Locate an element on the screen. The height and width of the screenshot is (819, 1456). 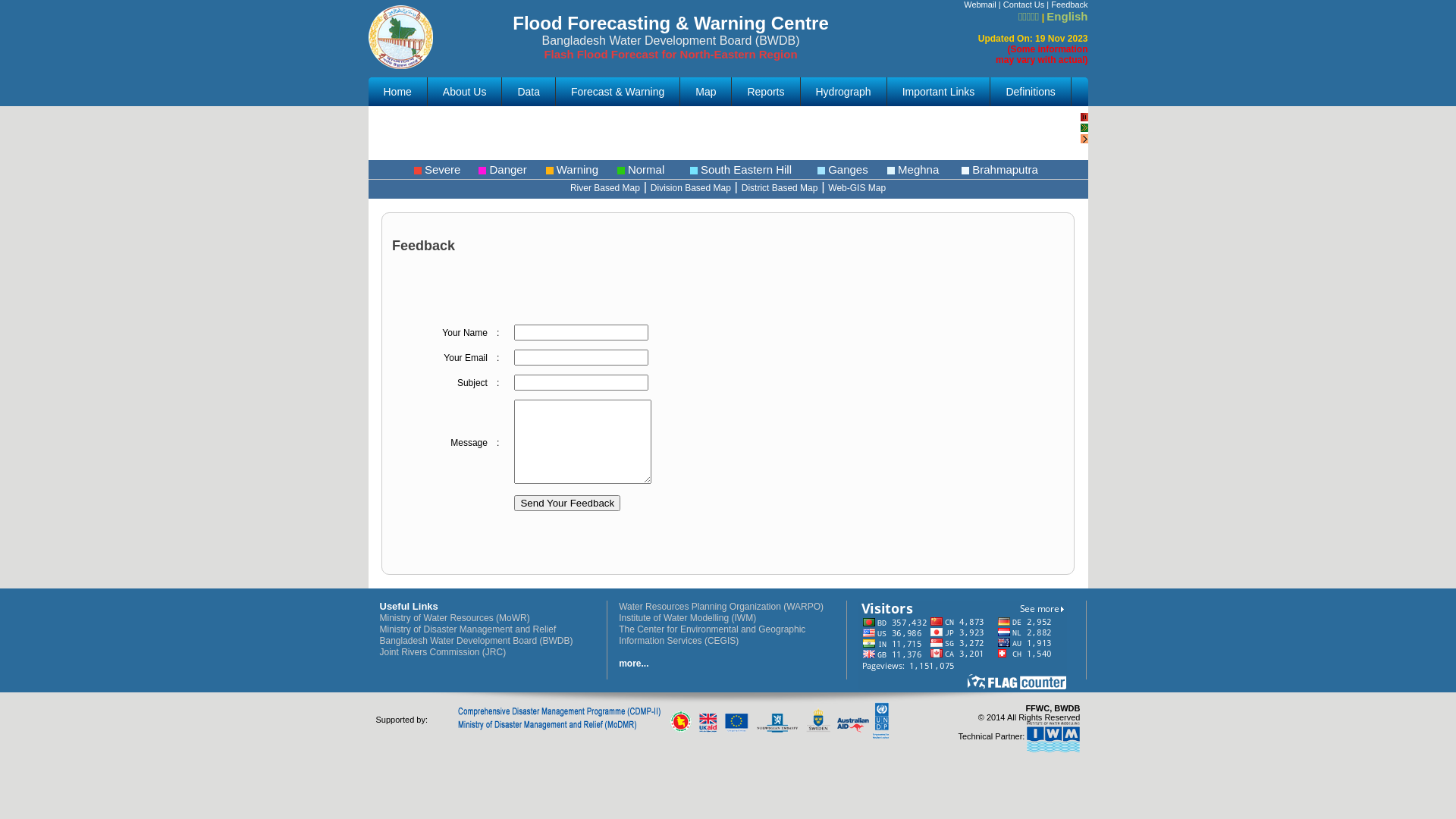
'District Based Map' is located at coordinates (780, 187).